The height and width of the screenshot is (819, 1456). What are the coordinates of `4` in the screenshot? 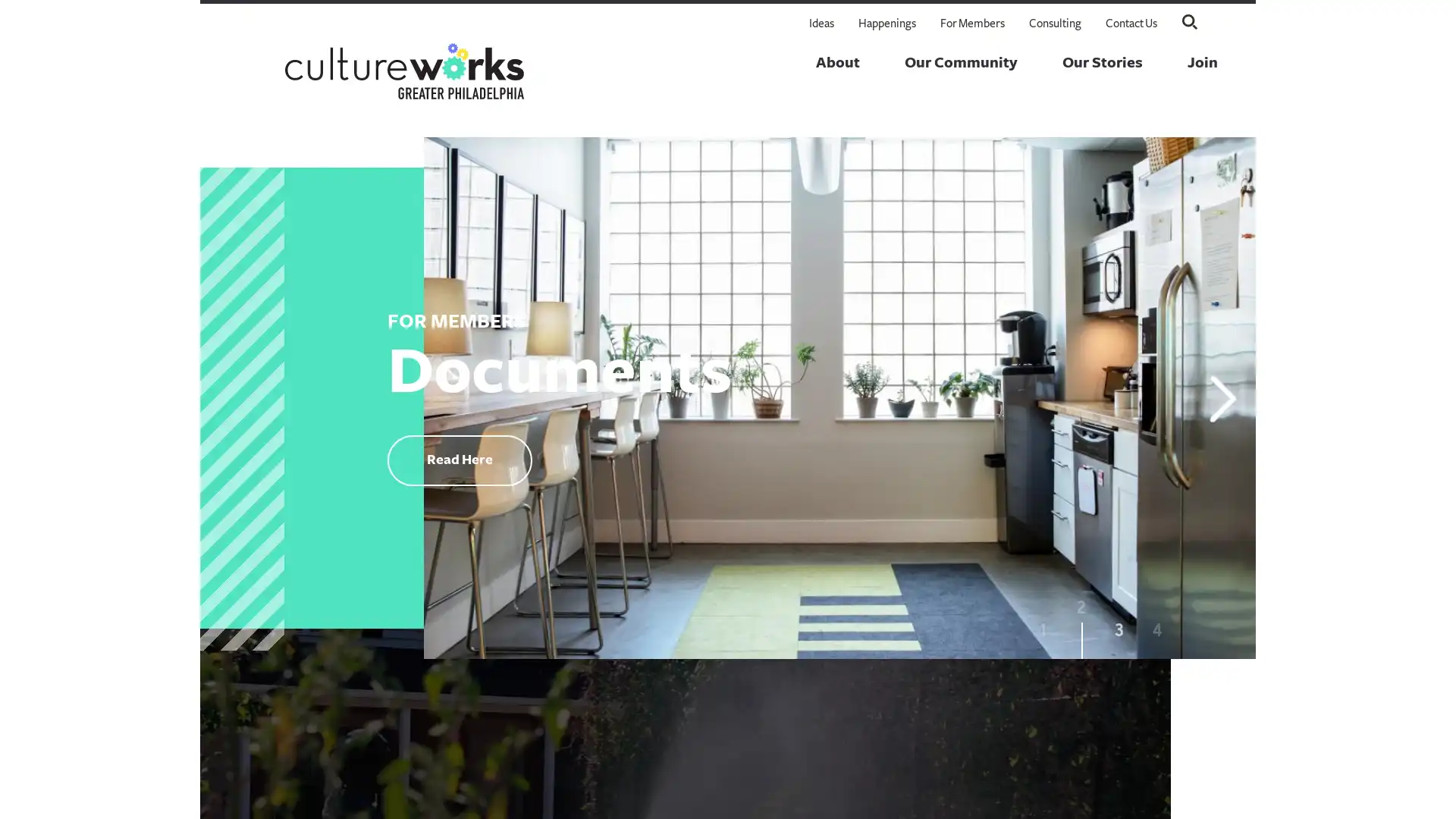 It's located at (1156, 635).